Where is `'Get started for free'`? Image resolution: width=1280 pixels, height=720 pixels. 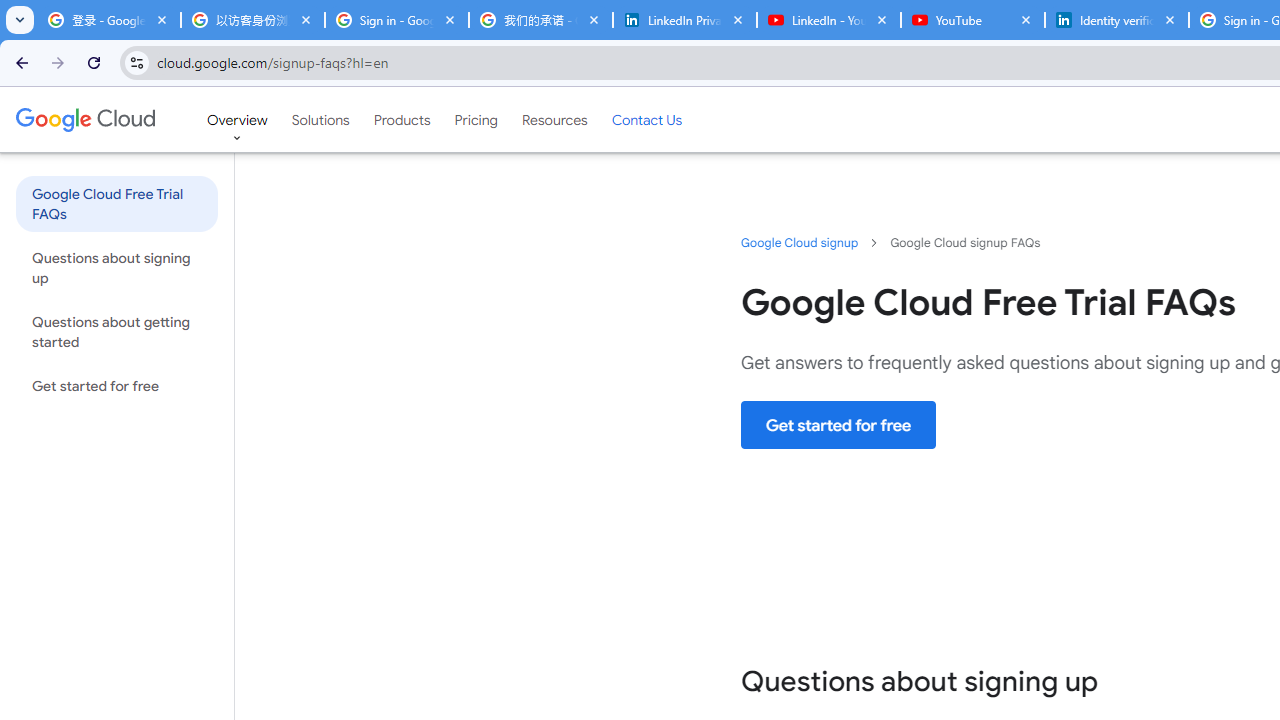 'Get started for free' is located at coordinates (839, 424).